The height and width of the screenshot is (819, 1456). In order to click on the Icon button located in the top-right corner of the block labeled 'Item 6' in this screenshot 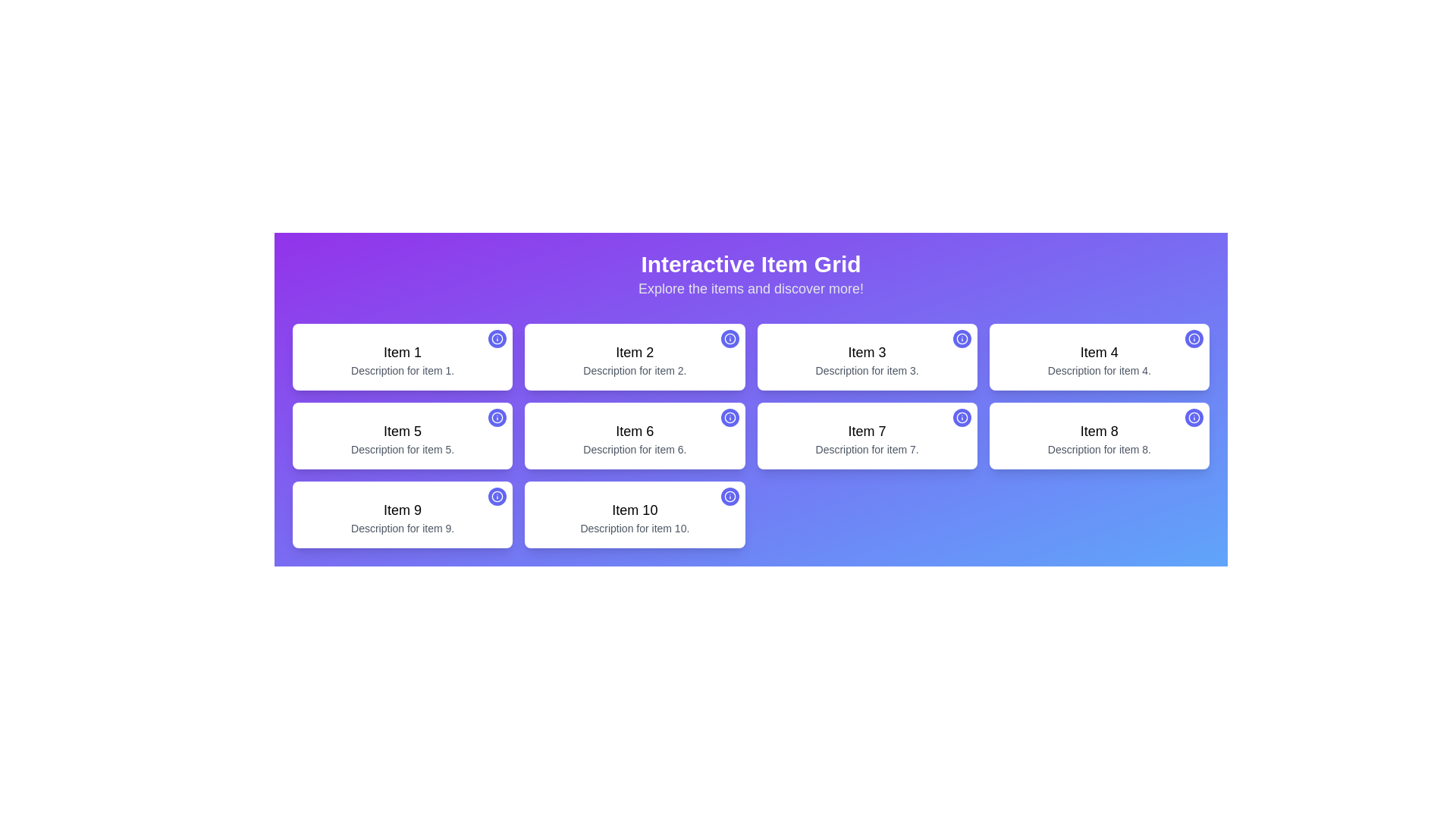, I will do `click(730, 418)`.